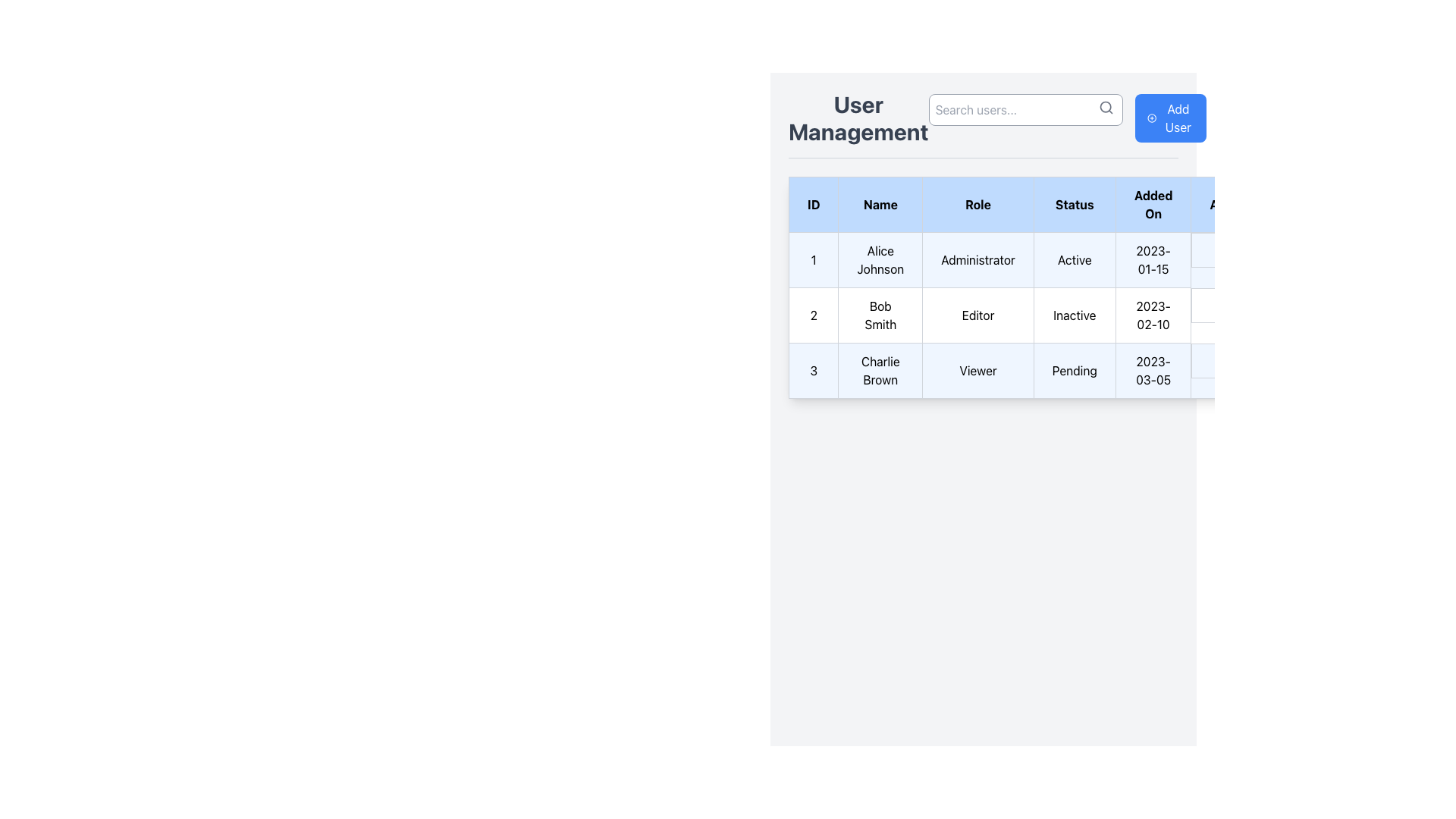  I want to click on the SVG Circle that represents the lens of the magnifying glass icon, located to the right of the search input field in the header, so click(1105, 106).